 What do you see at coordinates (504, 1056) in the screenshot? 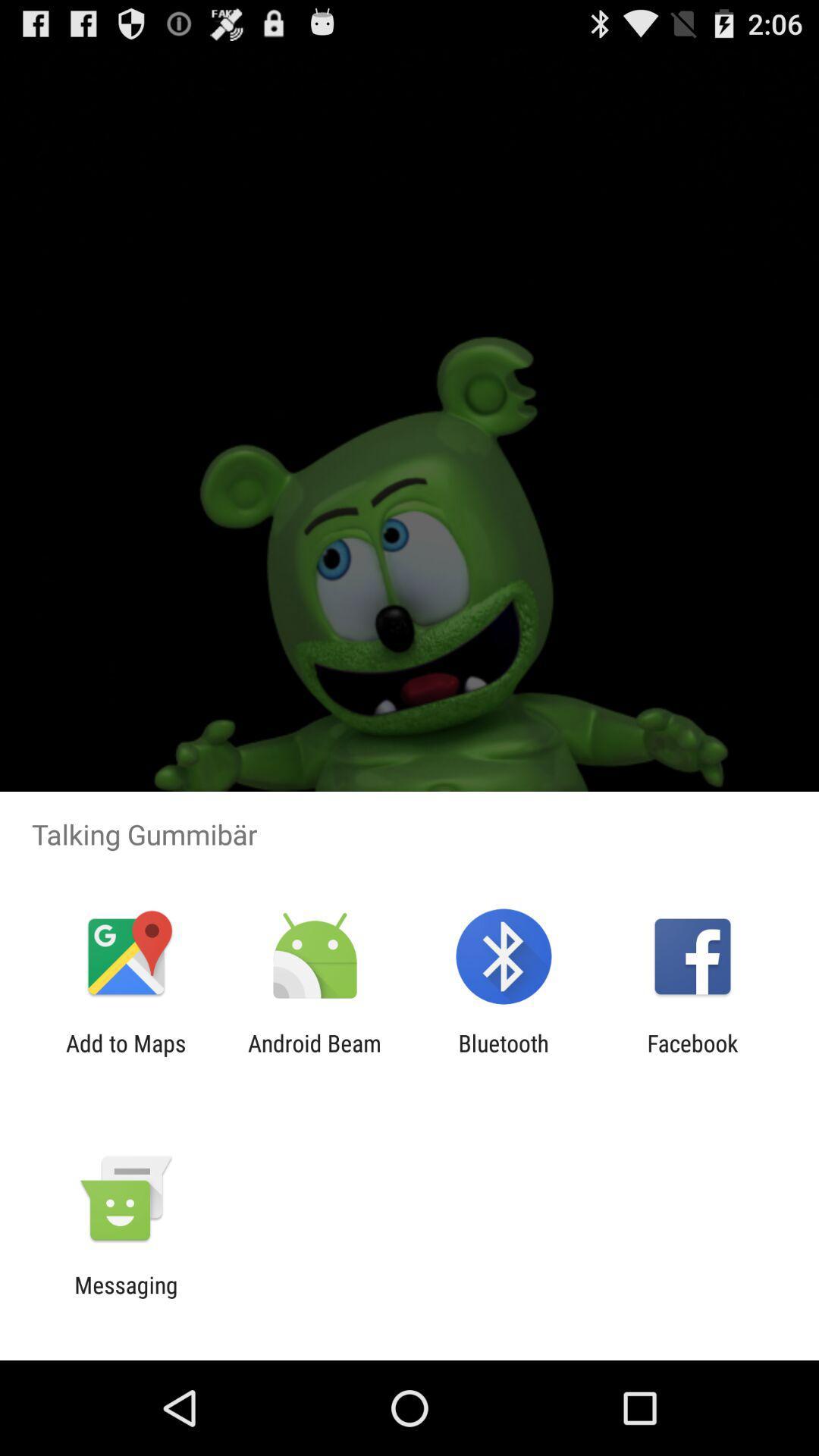
I see `icon next to the android beam app` at bounding box center [504, 1056].